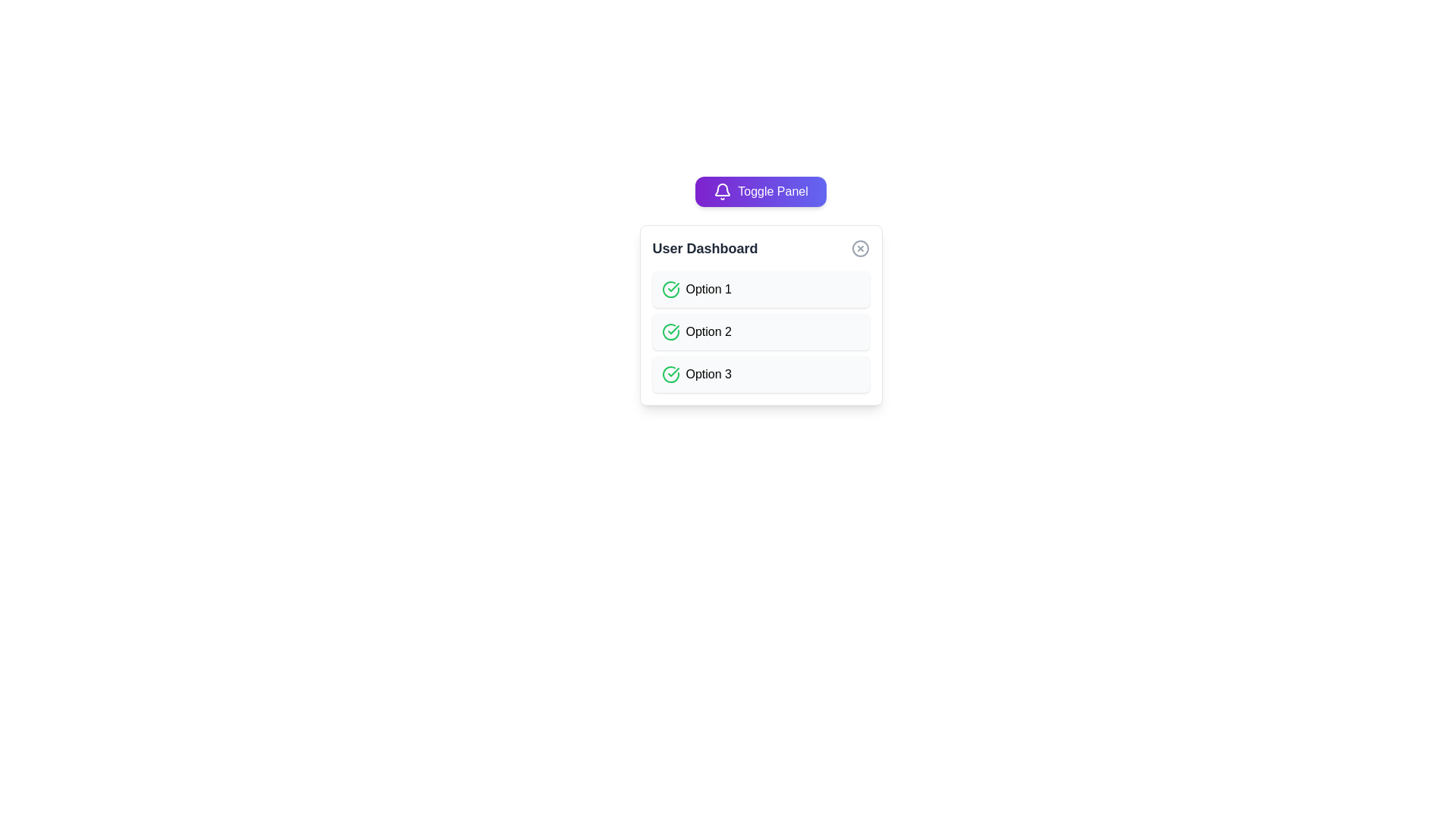 The height and width of the screenshot is (819, 1456). I want to click on the circular close button with a gray border and an 'X' mark inside, located in the top-right corner of the 'User Dashboard' card, so click(860, 247).